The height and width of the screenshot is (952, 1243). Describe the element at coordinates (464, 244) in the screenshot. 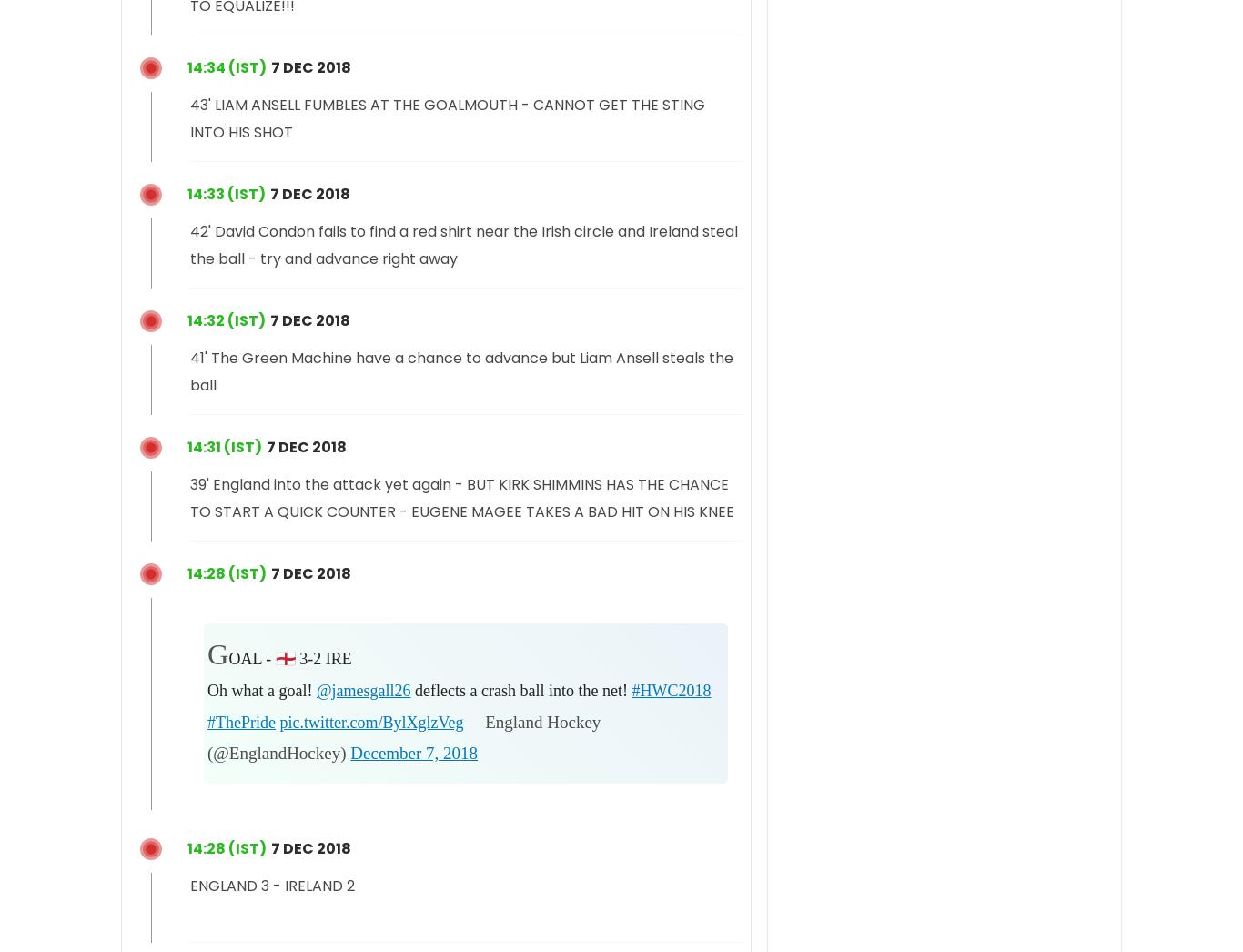

I see `'42' David Condon fails to find a red shirt near the Irish circle and Ireland steal the ball - try and advance right away'` at that location.